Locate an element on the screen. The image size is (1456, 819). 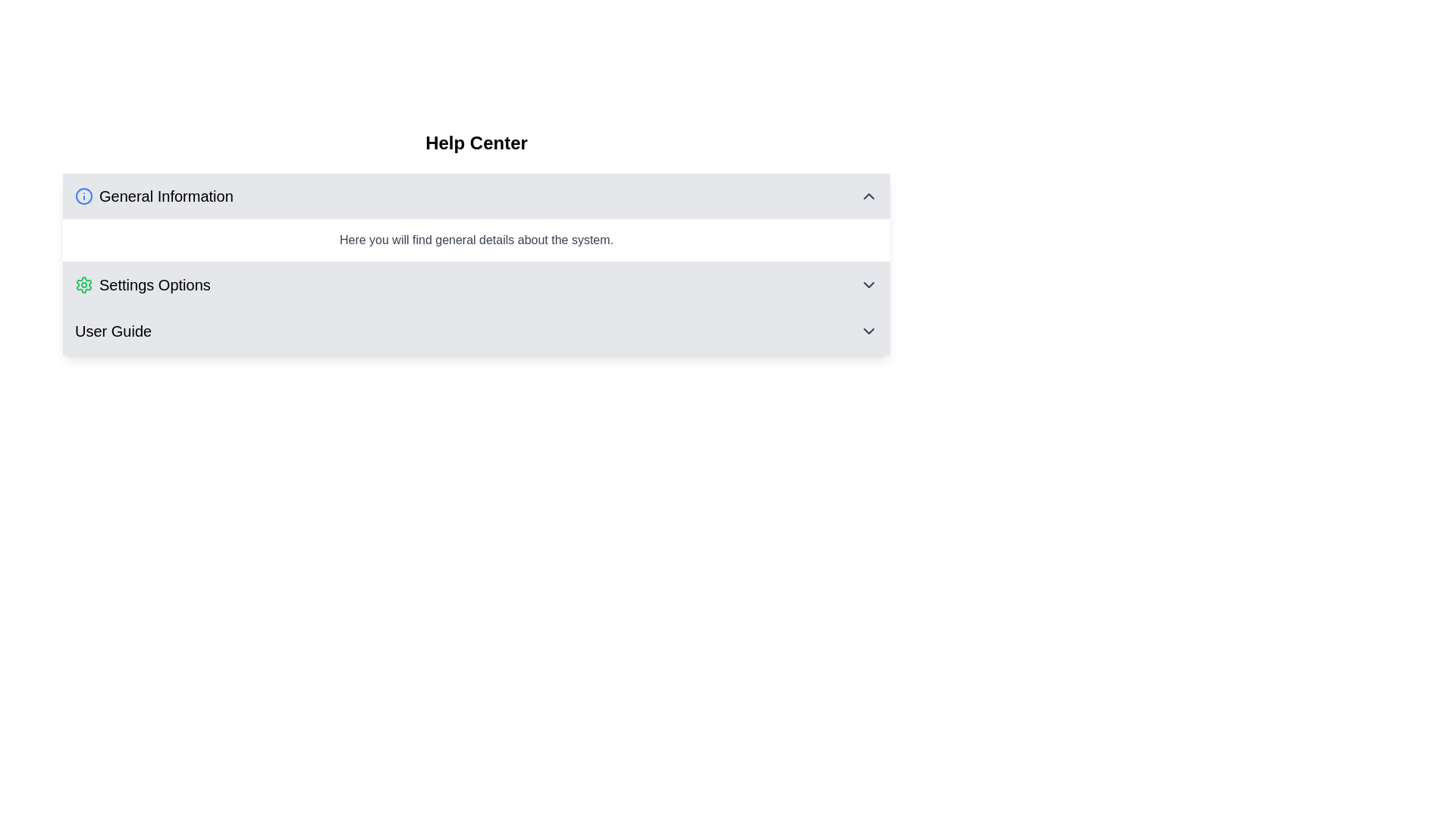
the green outlined gear icon representing settings, located to the left of the 'Settings Options' text is located at coordinates (83, 284).